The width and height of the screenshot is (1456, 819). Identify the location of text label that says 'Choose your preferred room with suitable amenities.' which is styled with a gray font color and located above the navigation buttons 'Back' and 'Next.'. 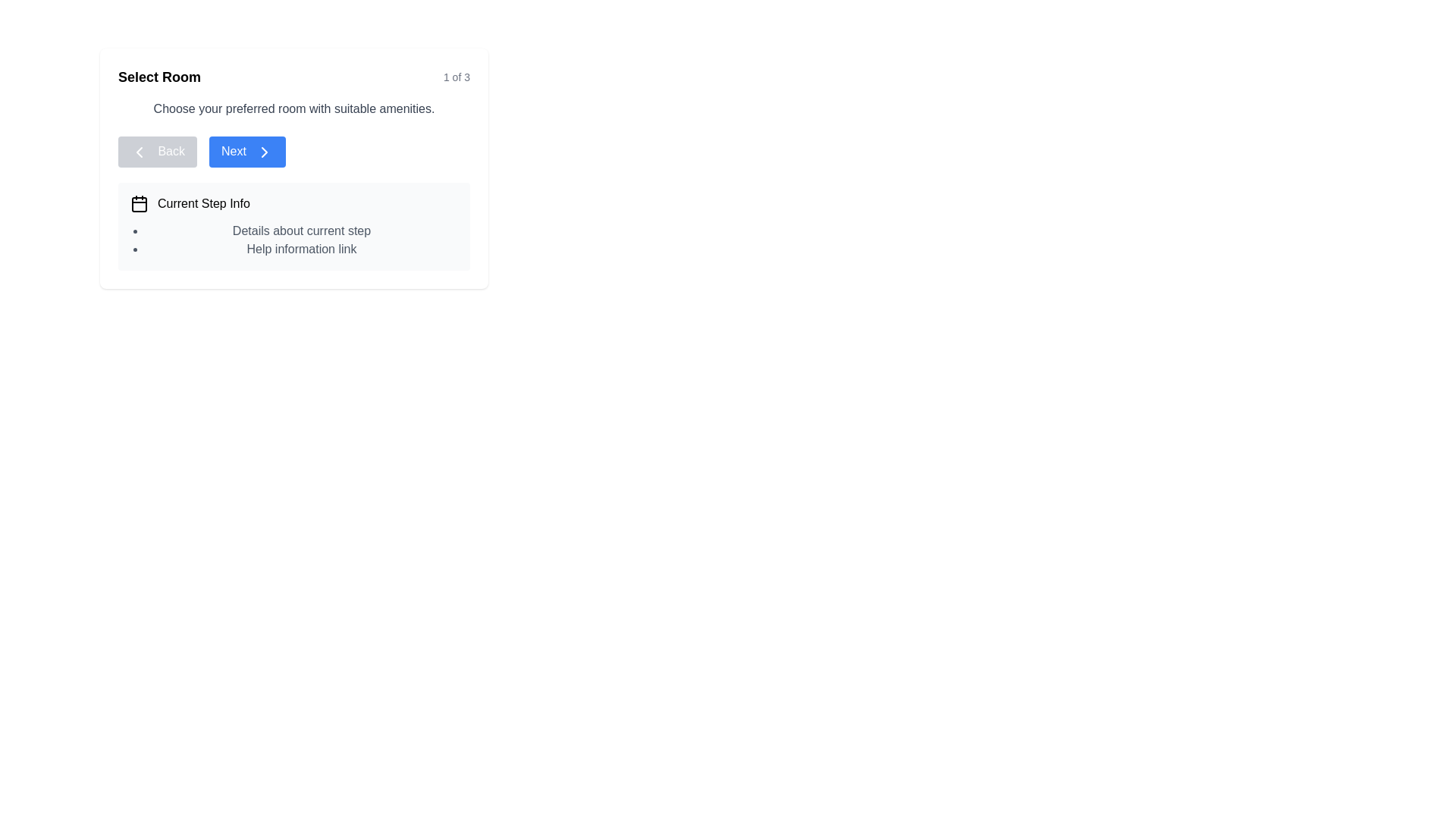
(294, 108).